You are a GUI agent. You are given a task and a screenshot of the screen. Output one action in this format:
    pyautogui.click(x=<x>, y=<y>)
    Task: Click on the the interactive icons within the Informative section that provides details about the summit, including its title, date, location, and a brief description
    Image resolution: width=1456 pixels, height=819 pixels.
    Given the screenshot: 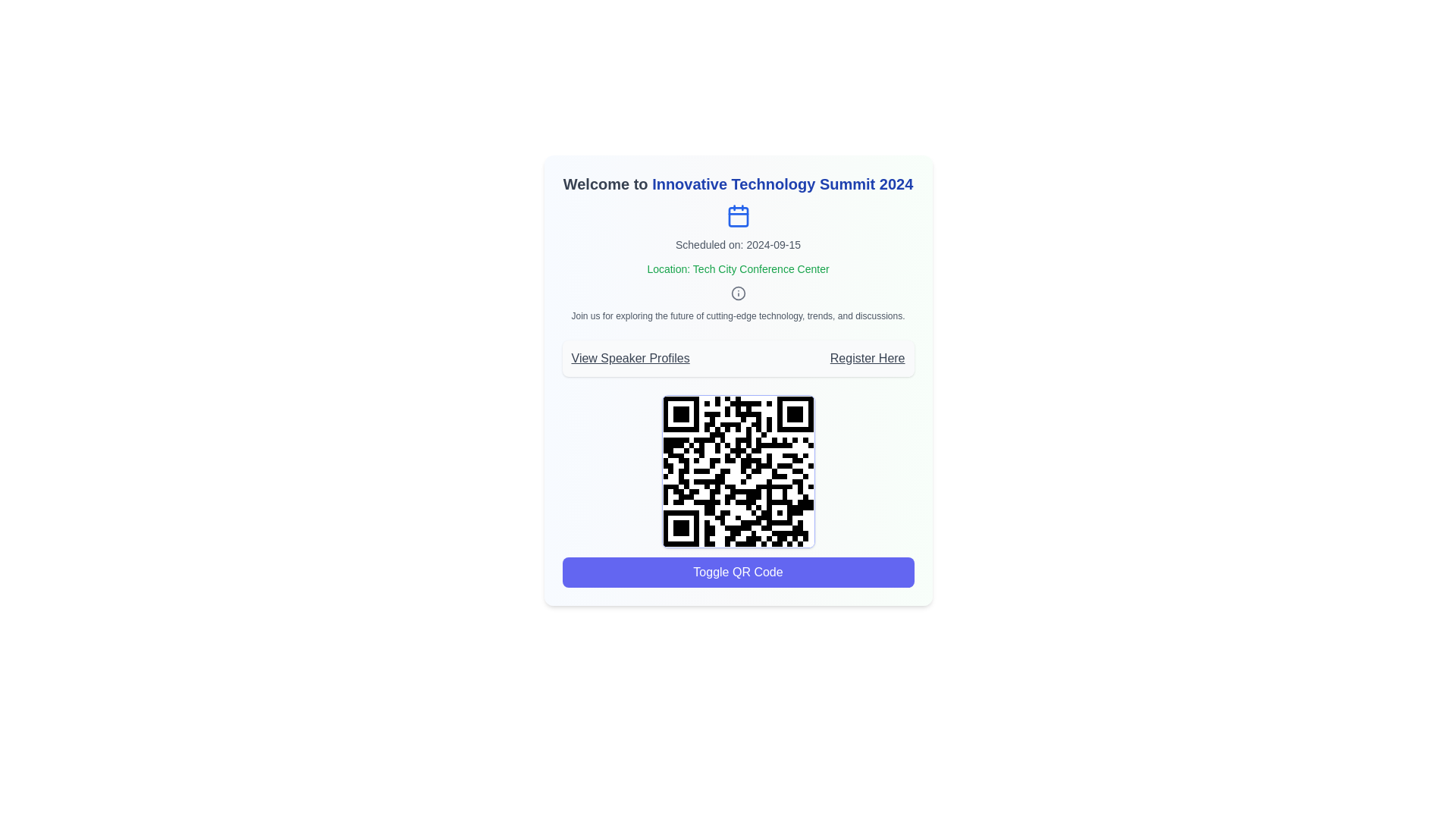 What is the action you would take?
    pyautogui.click(x=738, y=247)
    